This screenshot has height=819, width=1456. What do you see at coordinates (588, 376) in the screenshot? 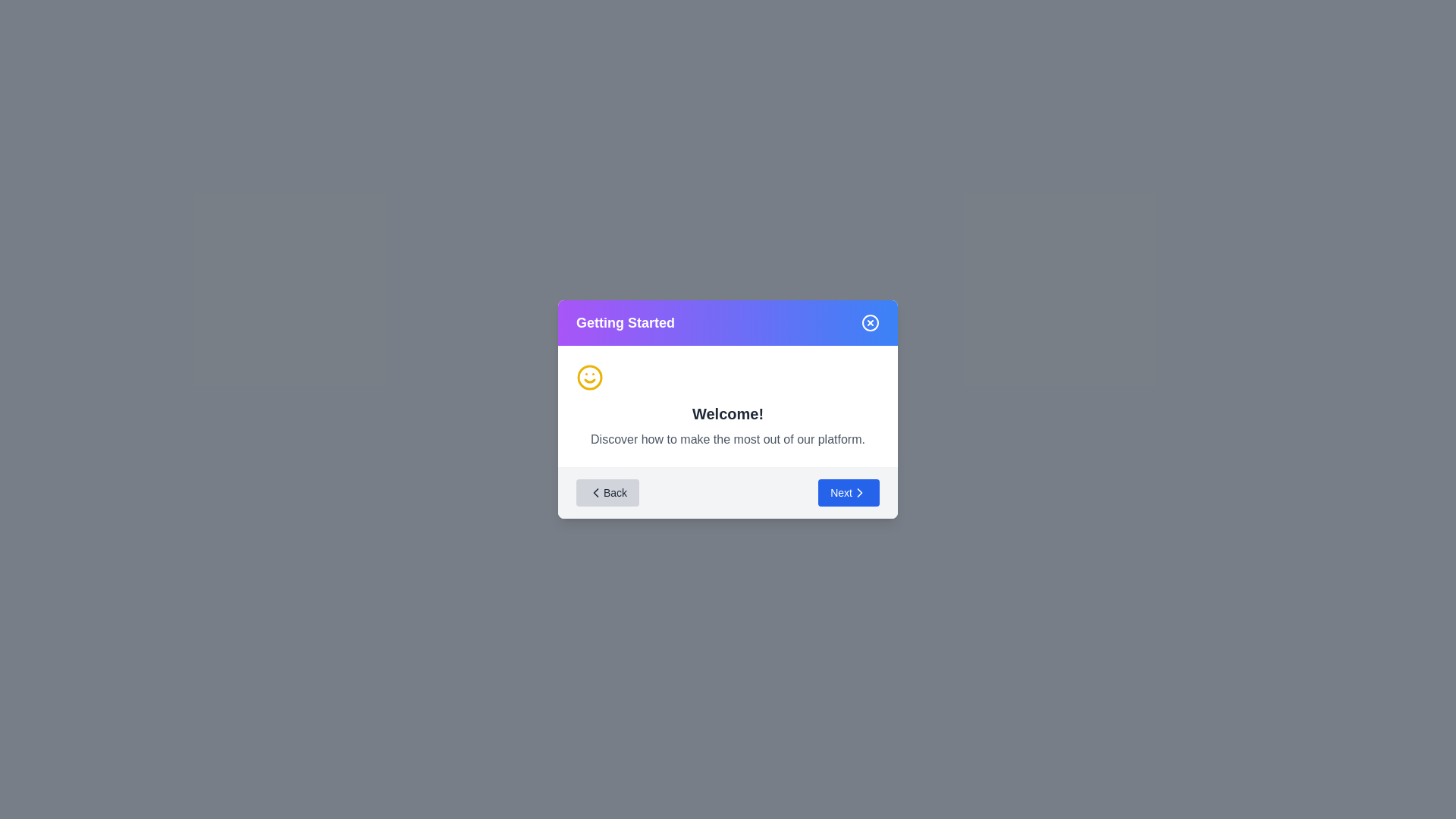
I see `the yellow circular smiling emoji icon located in the 'Getting Started' dialog box, which is positioned above the text 'Welcome!' and to the left of the textual content` at bounding box center [588, 376].